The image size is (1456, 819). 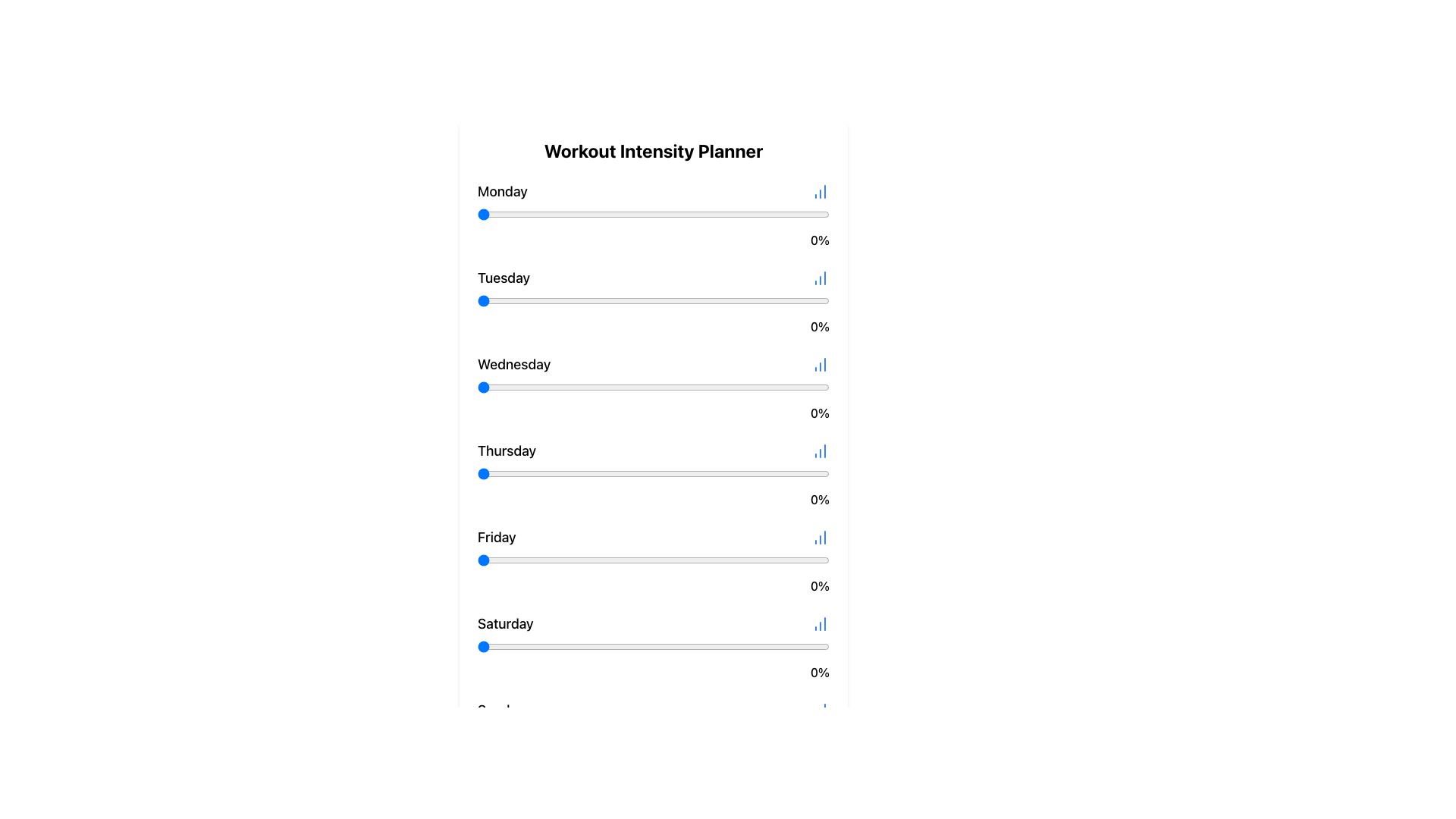 I want to click on the 'Thursday' slider, so click(x=664, y=472).